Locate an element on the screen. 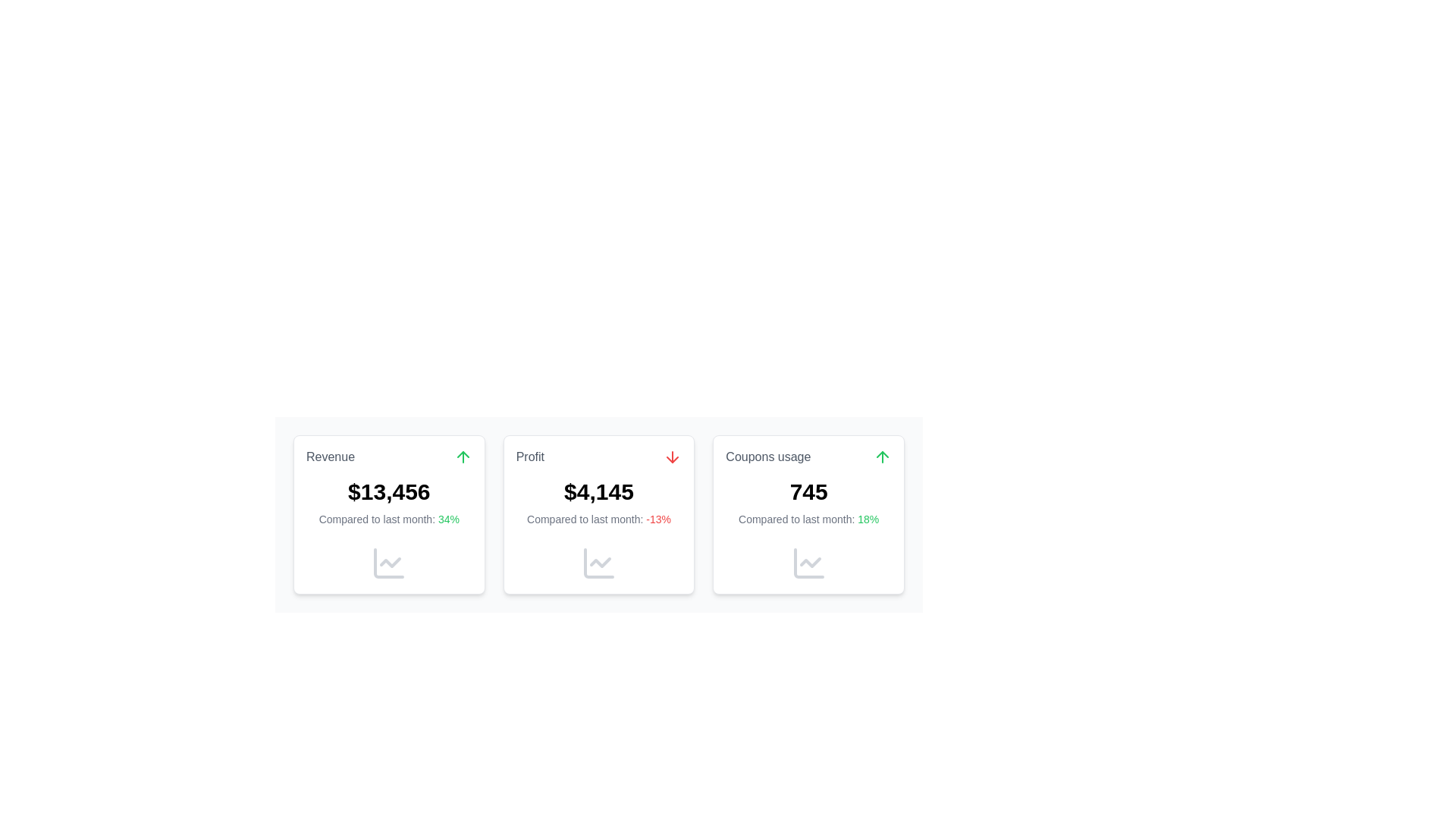 This screenshot has width=1456, height=819. the text label displaying '$4,145' in bold black font, located in the 'Profit' card is located at coordinates (598, 491).